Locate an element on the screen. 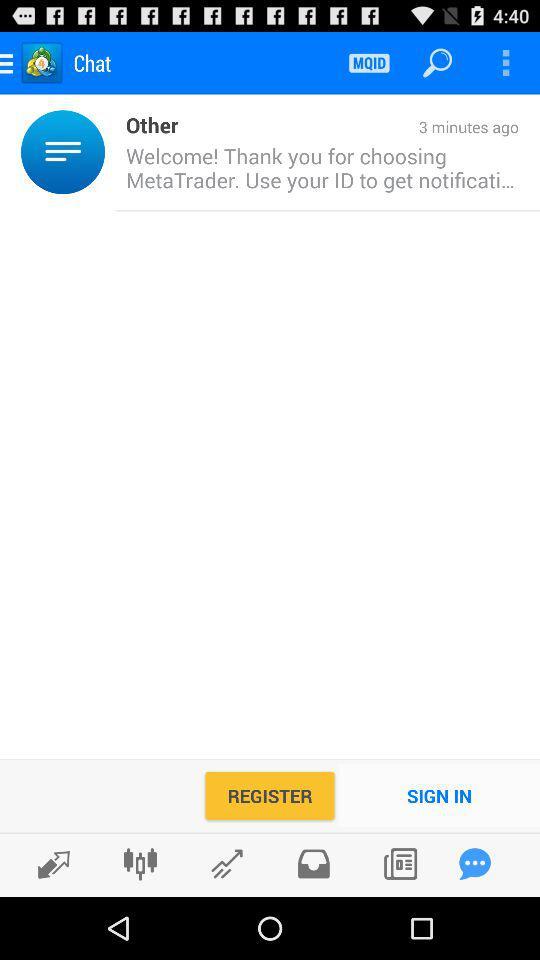 This screenshot has width=540, height=960. welcome thank you is located at coordinates (317, 166).